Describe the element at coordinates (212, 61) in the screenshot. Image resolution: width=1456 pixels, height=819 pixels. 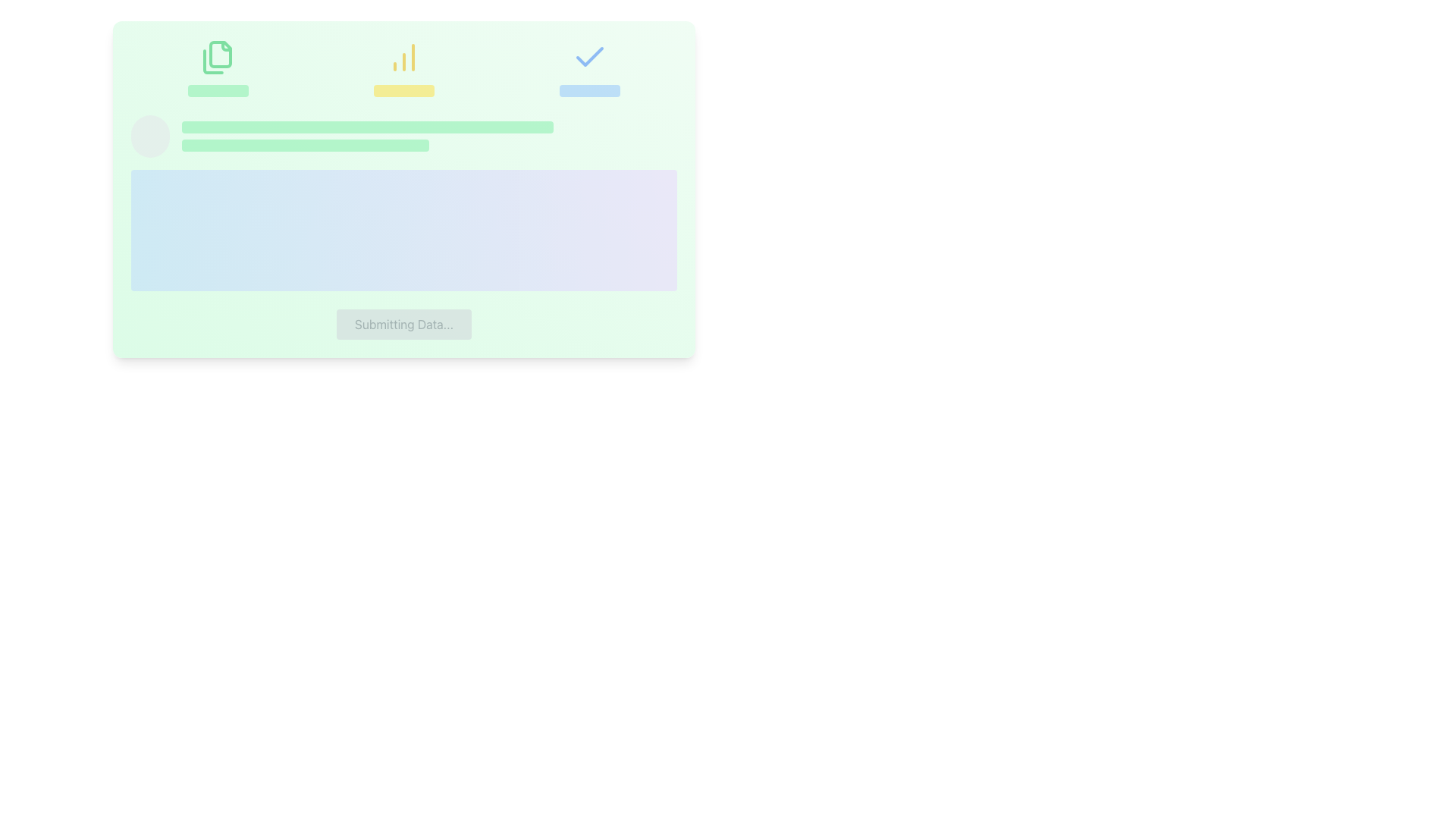
I see `the third segment of the SVG icon representing stacked document icons, which has a green outline and rounded corners` at that location.